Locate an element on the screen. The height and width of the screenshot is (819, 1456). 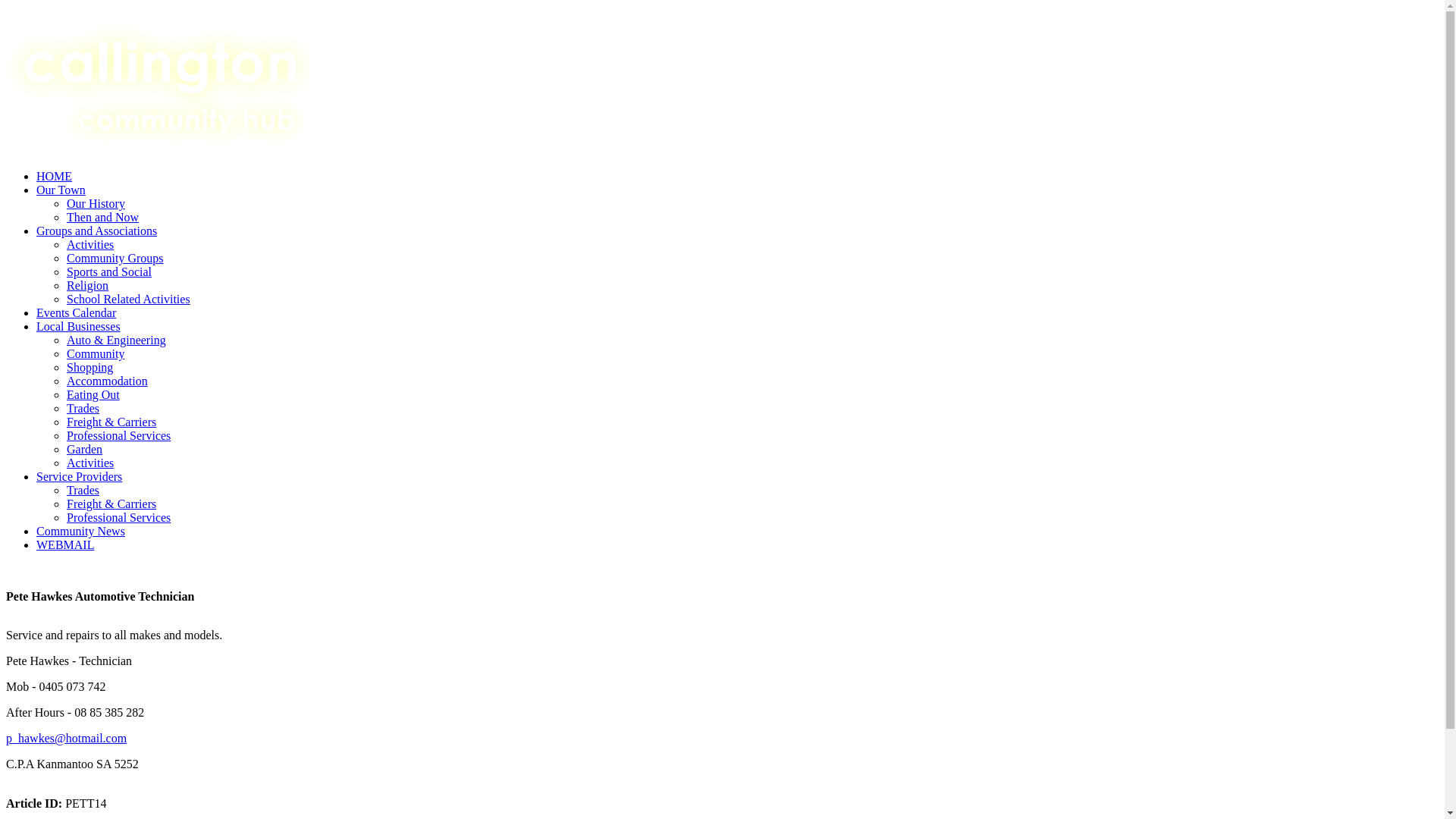
'Local Businesses' is located at coordinates (77, 325).